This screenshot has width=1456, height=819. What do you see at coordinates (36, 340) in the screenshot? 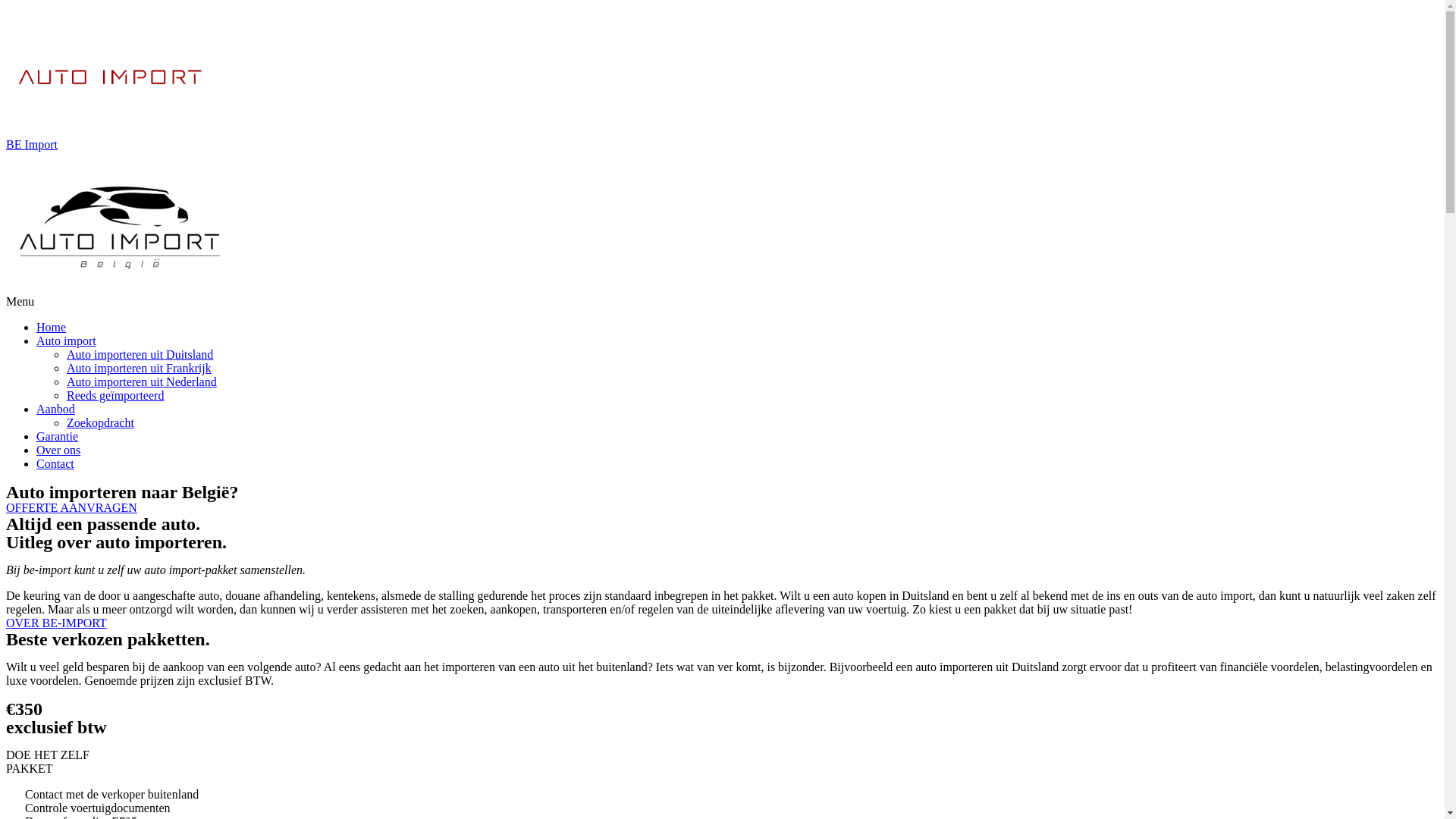
I see `'Auto import'` at bounding box center [36, 340].